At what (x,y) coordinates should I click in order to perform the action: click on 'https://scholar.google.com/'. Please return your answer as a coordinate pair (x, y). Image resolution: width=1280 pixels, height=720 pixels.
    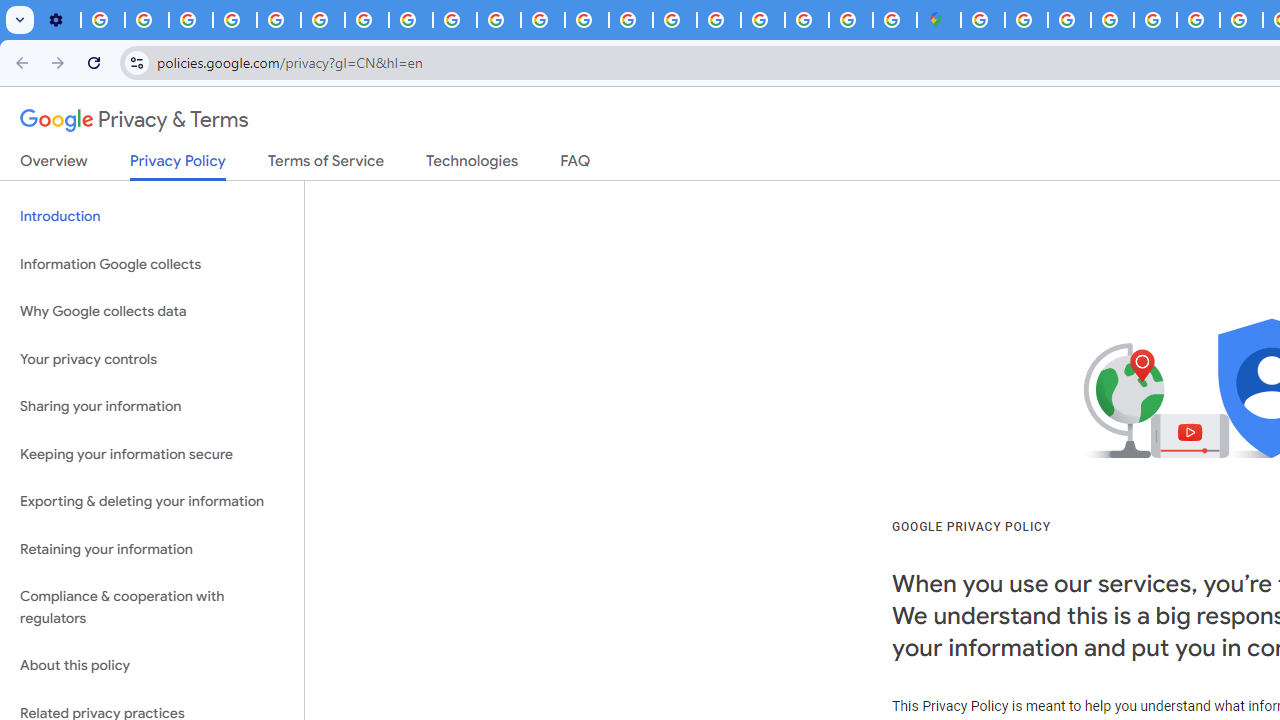
    Looking at the image, I should click on (542, 20).